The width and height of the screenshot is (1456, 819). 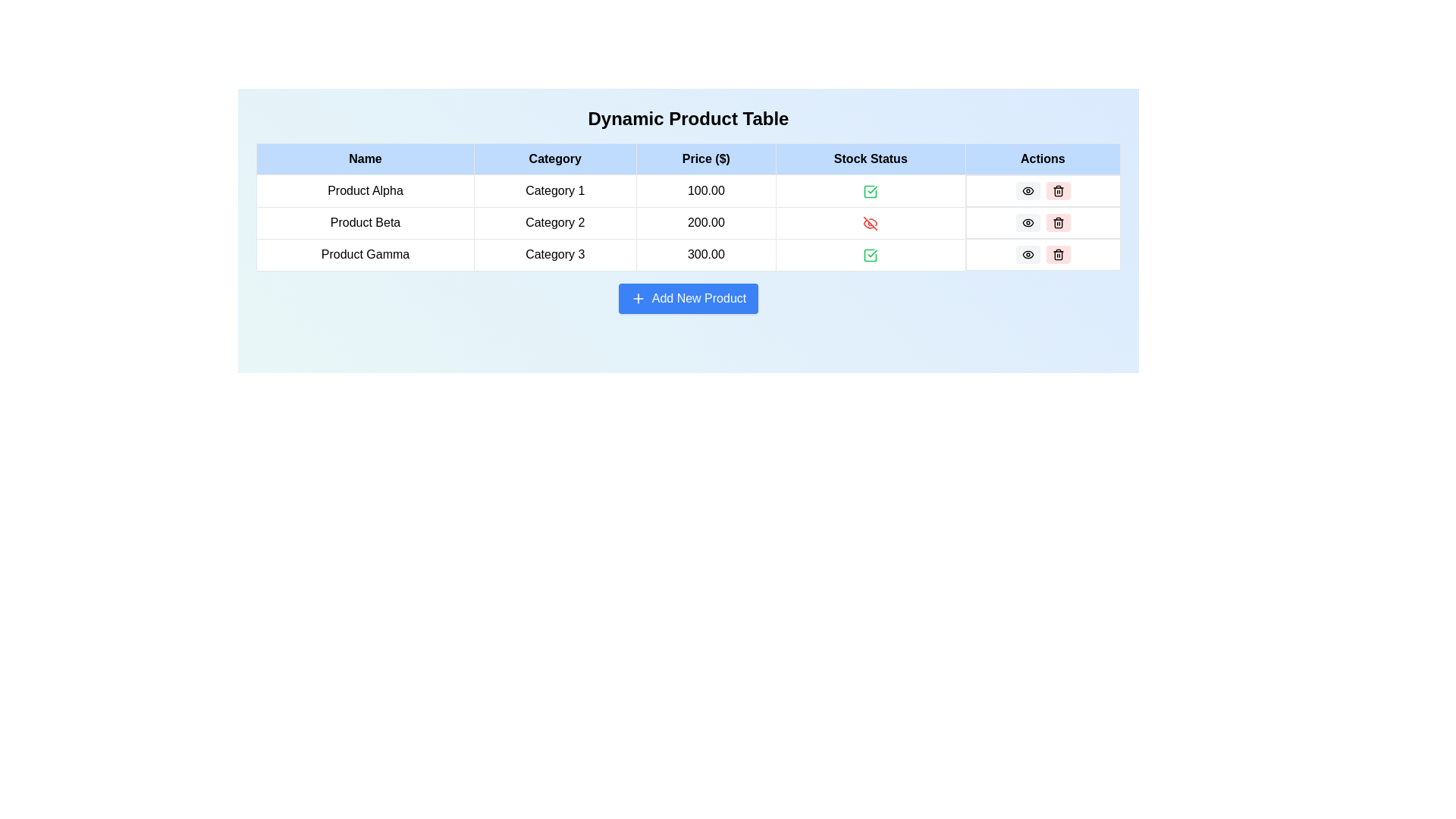 I want to click on the button located at the bottom of the 'Dynamic Product Table' interface to observe its hover effects, so click(x=687, y=298).